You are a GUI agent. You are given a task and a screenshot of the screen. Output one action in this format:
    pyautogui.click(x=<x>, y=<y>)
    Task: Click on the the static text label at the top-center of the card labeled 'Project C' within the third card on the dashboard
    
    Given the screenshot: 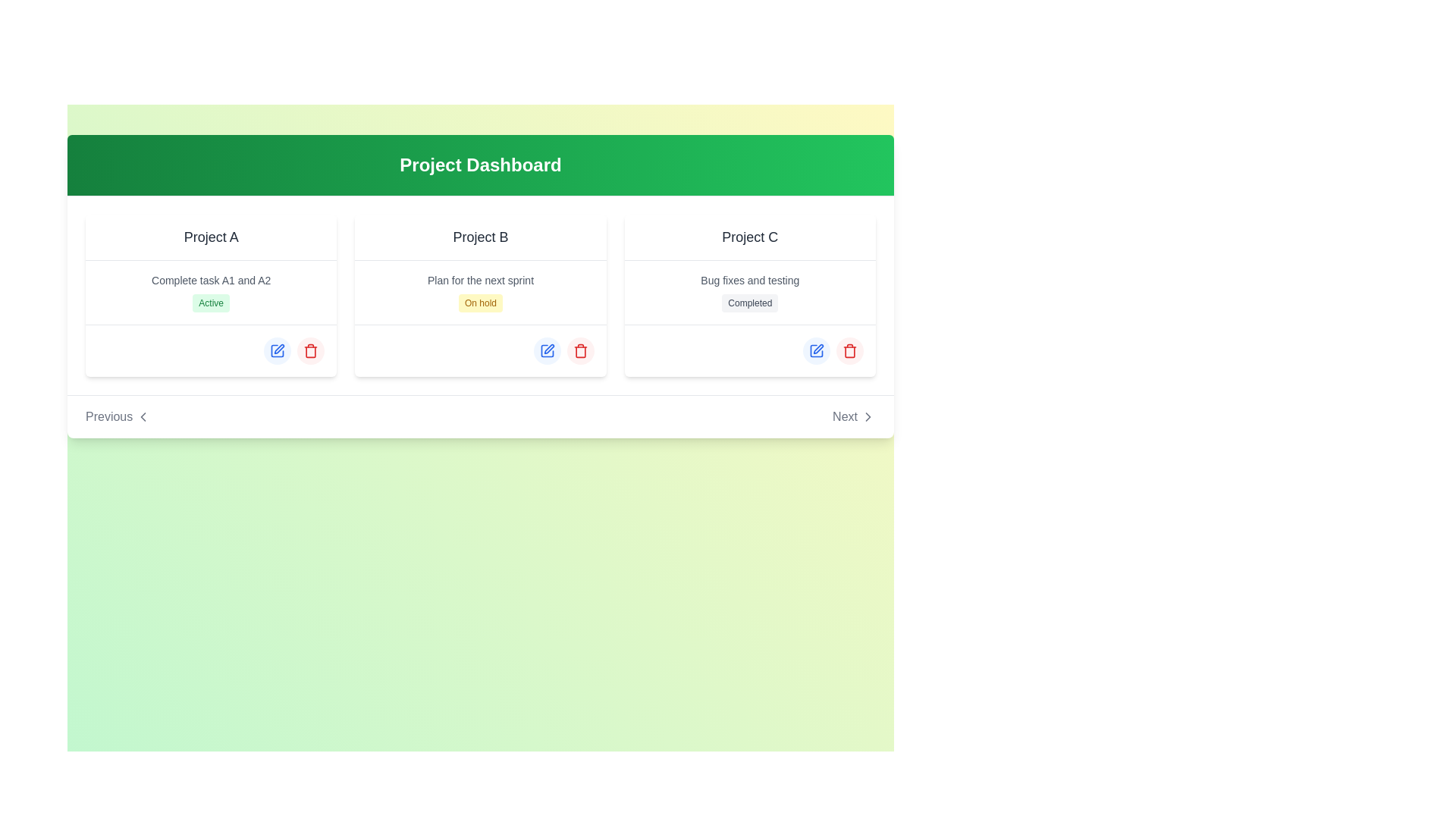 What is the action you would take?
    pyautogui.click(x=750, y=237)
    